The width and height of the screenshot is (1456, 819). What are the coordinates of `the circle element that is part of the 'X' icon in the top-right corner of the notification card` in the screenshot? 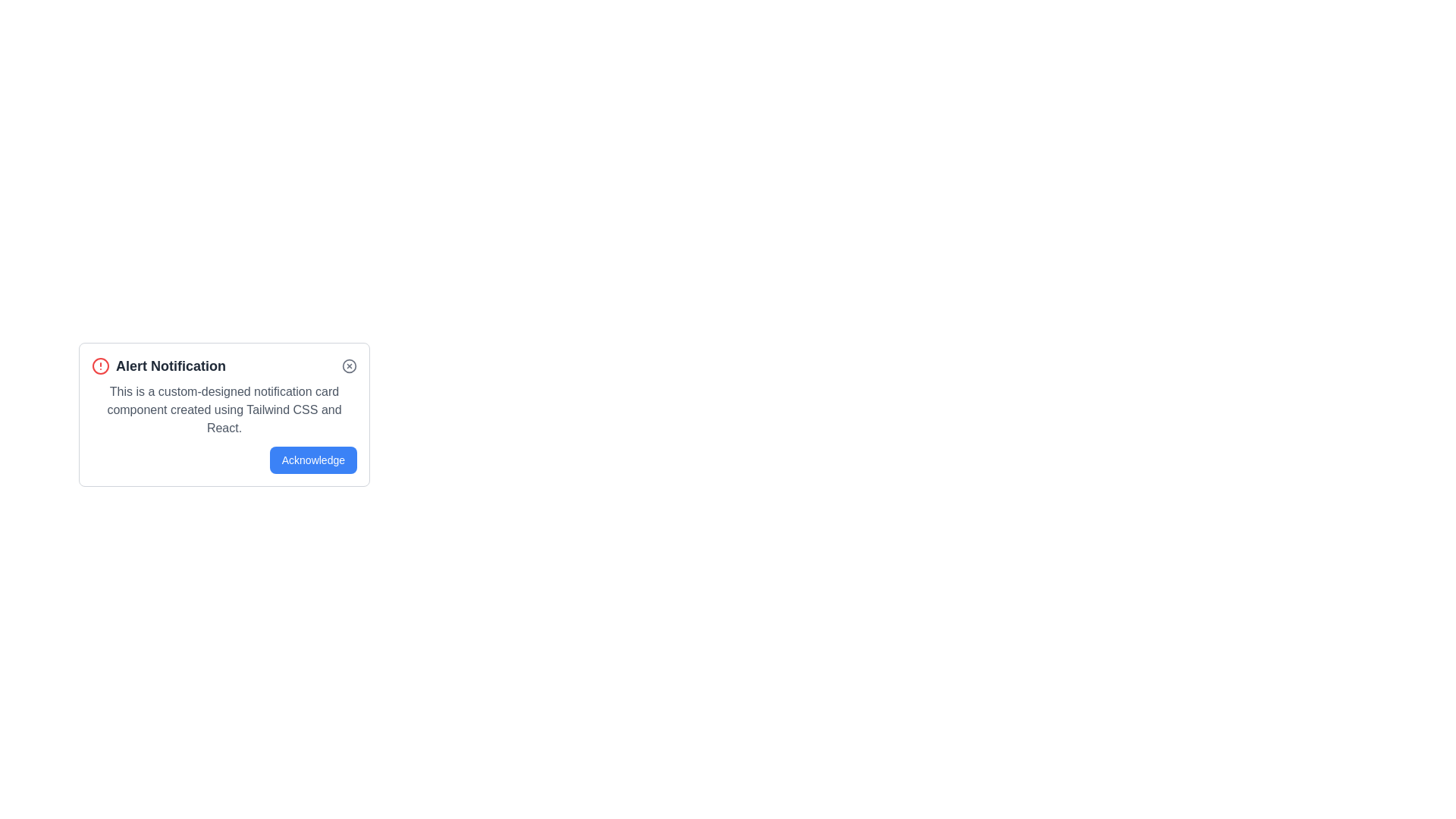 It's located at (348, 366).